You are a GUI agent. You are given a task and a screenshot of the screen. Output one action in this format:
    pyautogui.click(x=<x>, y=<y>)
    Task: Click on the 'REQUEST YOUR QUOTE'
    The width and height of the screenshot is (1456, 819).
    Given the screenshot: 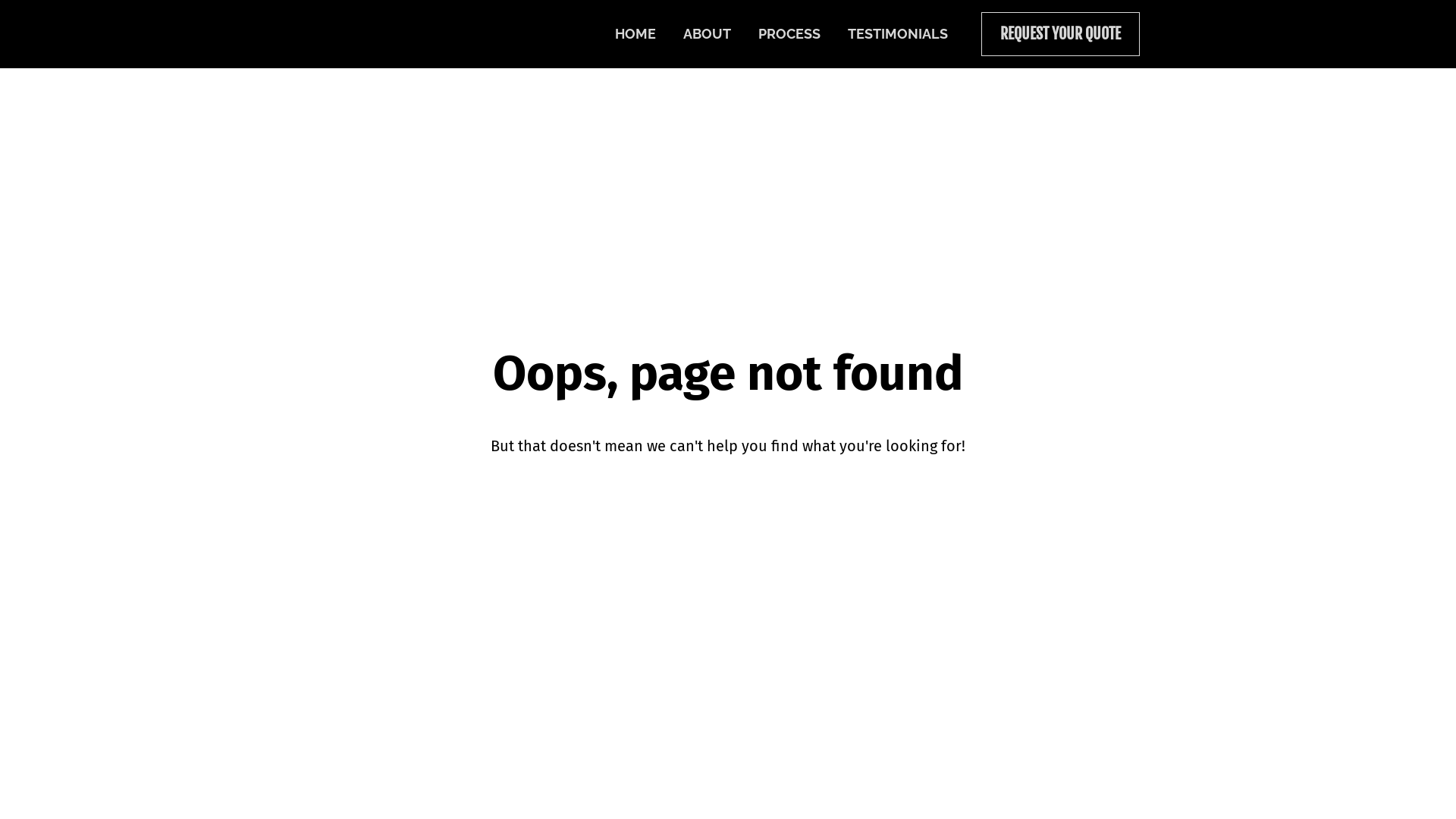 What is the action you would take?
    pyautogui.click(x=1059, y=34)
    